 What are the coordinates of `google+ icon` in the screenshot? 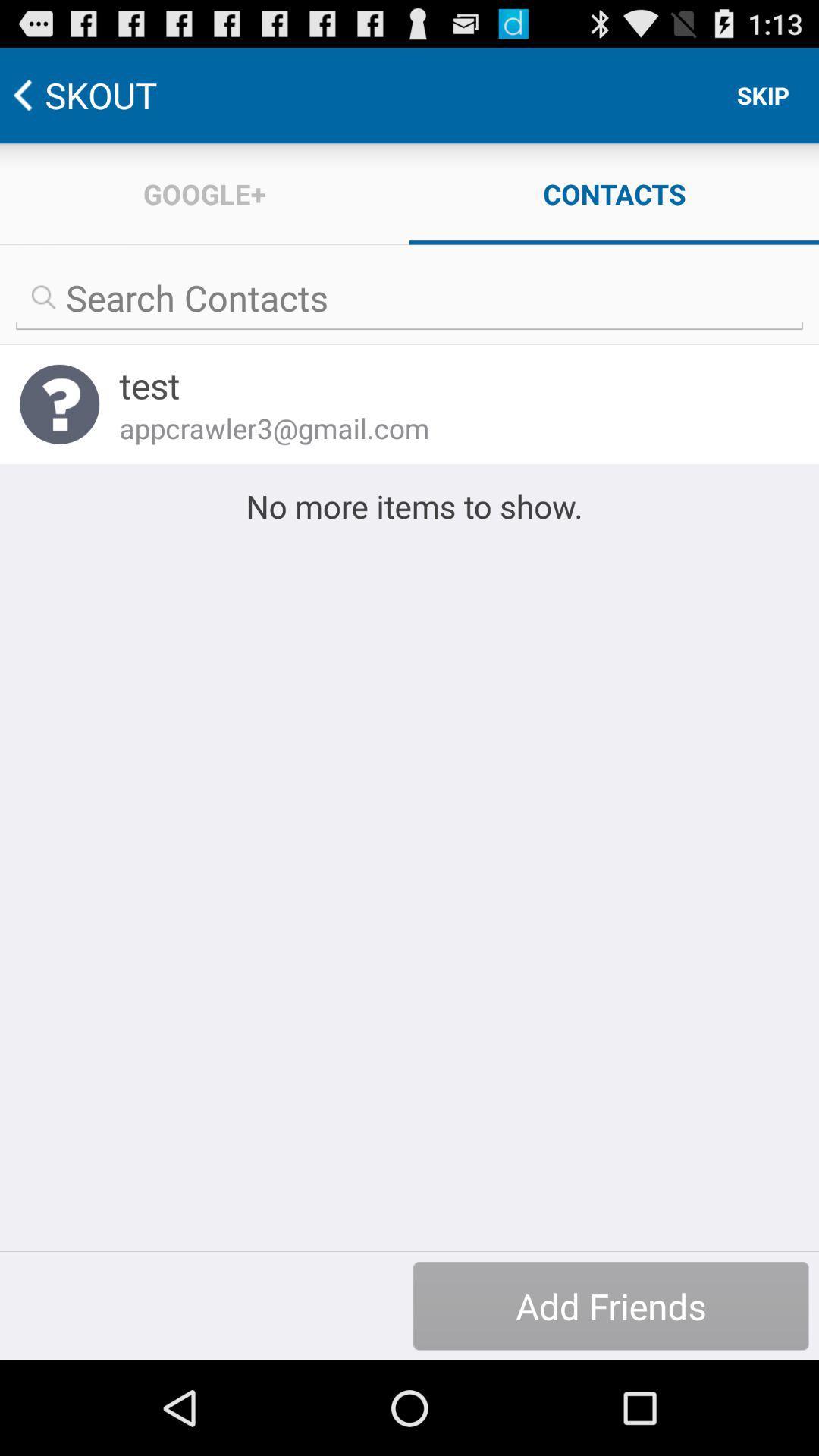 It's located at (205, 193).